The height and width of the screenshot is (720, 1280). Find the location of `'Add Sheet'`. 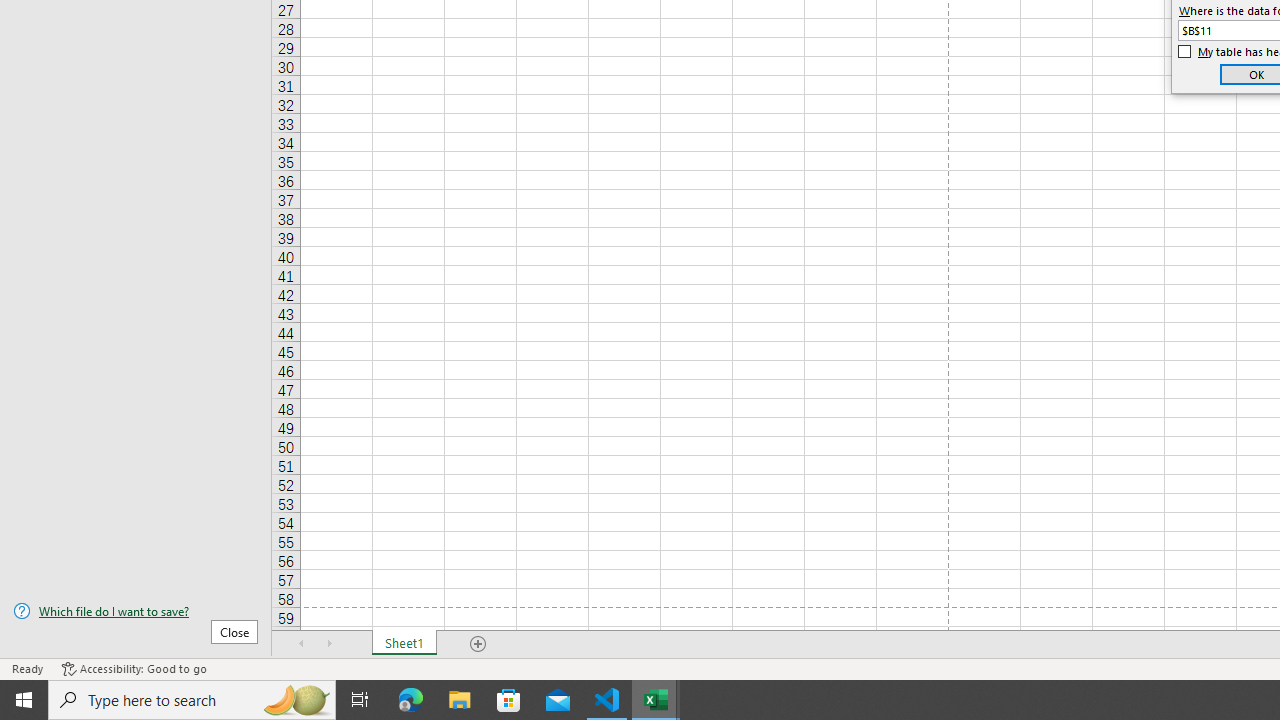

'Add Sheet' is located at coordinates (477, 644).